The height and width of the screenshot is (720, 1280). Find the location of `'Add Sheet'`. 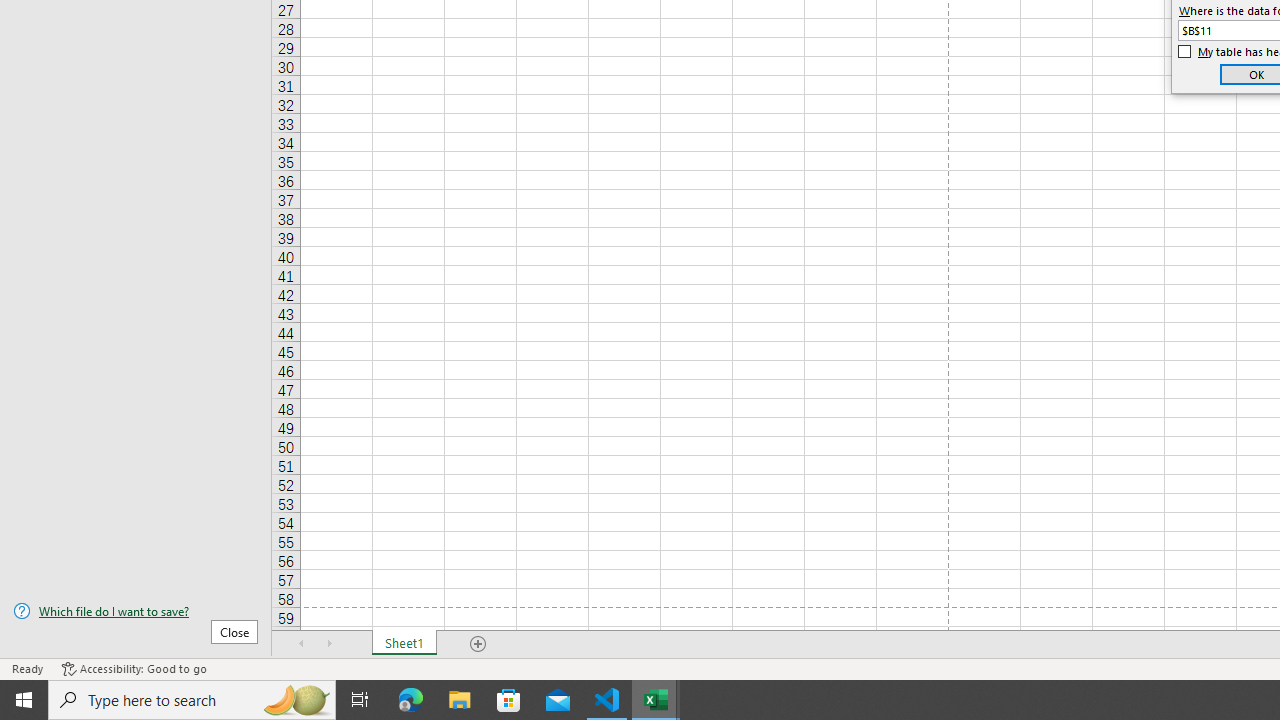

'Add Sheet' is located at coordinates (477, 644).